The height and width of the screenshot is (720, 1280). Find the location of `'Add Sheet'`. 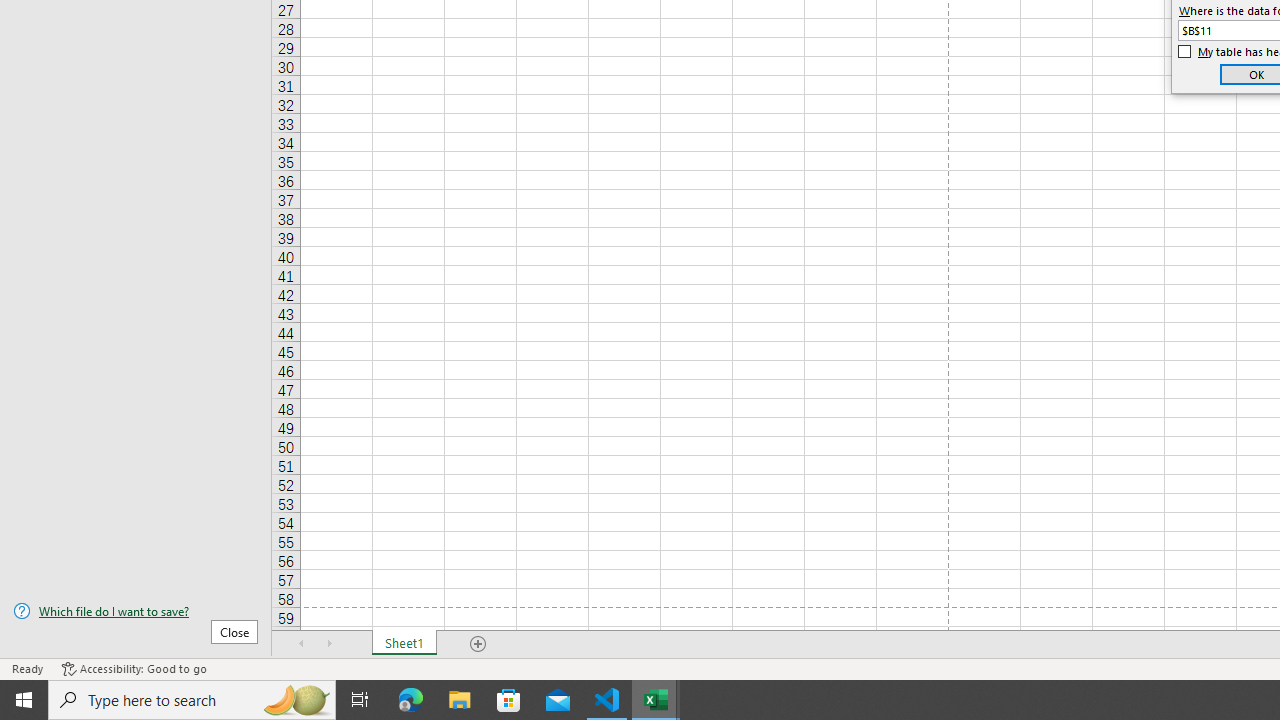

'Add Sheet' is located at coordinates (477, 644).